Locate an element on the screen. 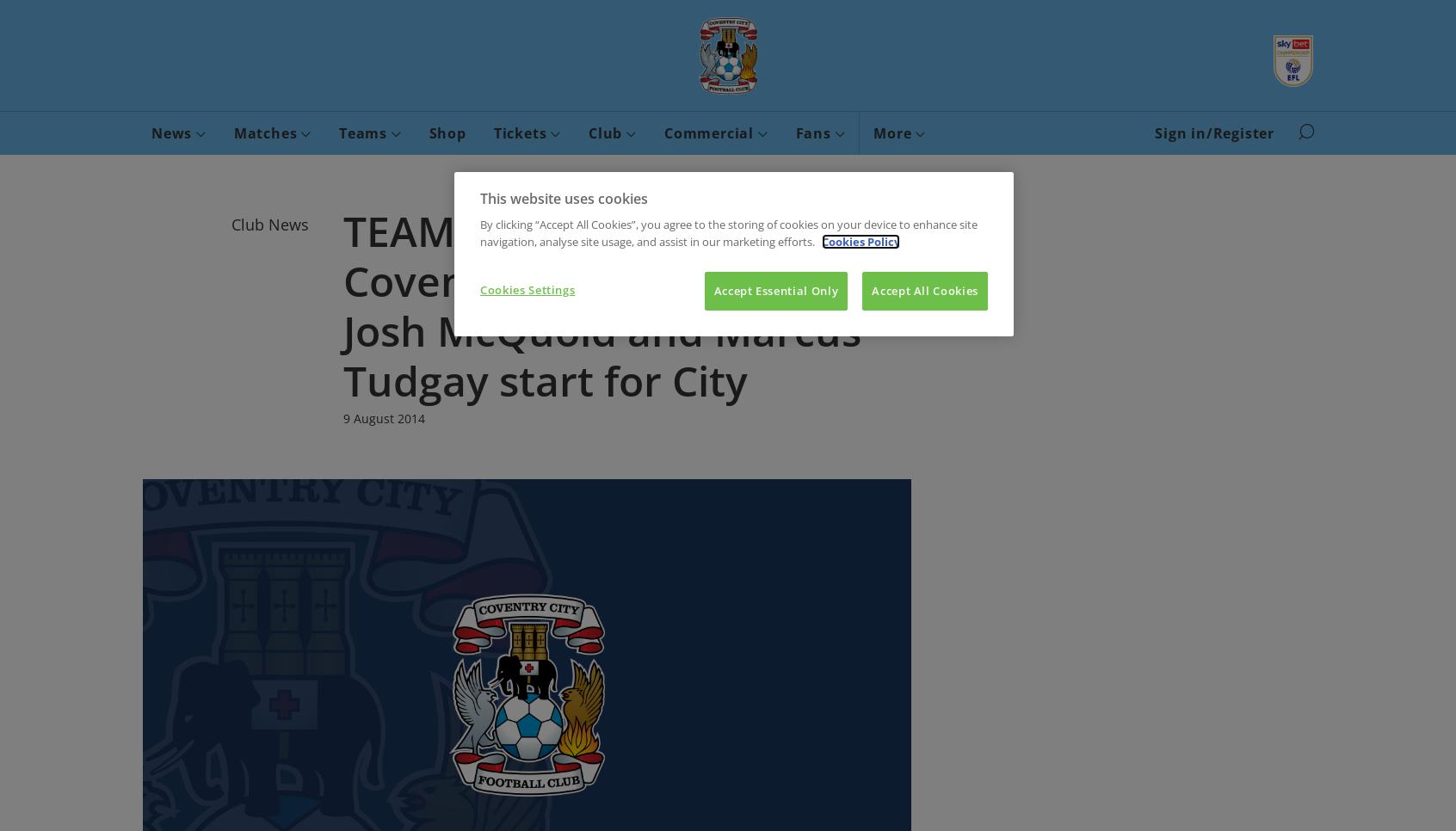 Image resolution: width=1456 pixels, height=831 pixels. 'Matches' is located at coordinates (266, 132).